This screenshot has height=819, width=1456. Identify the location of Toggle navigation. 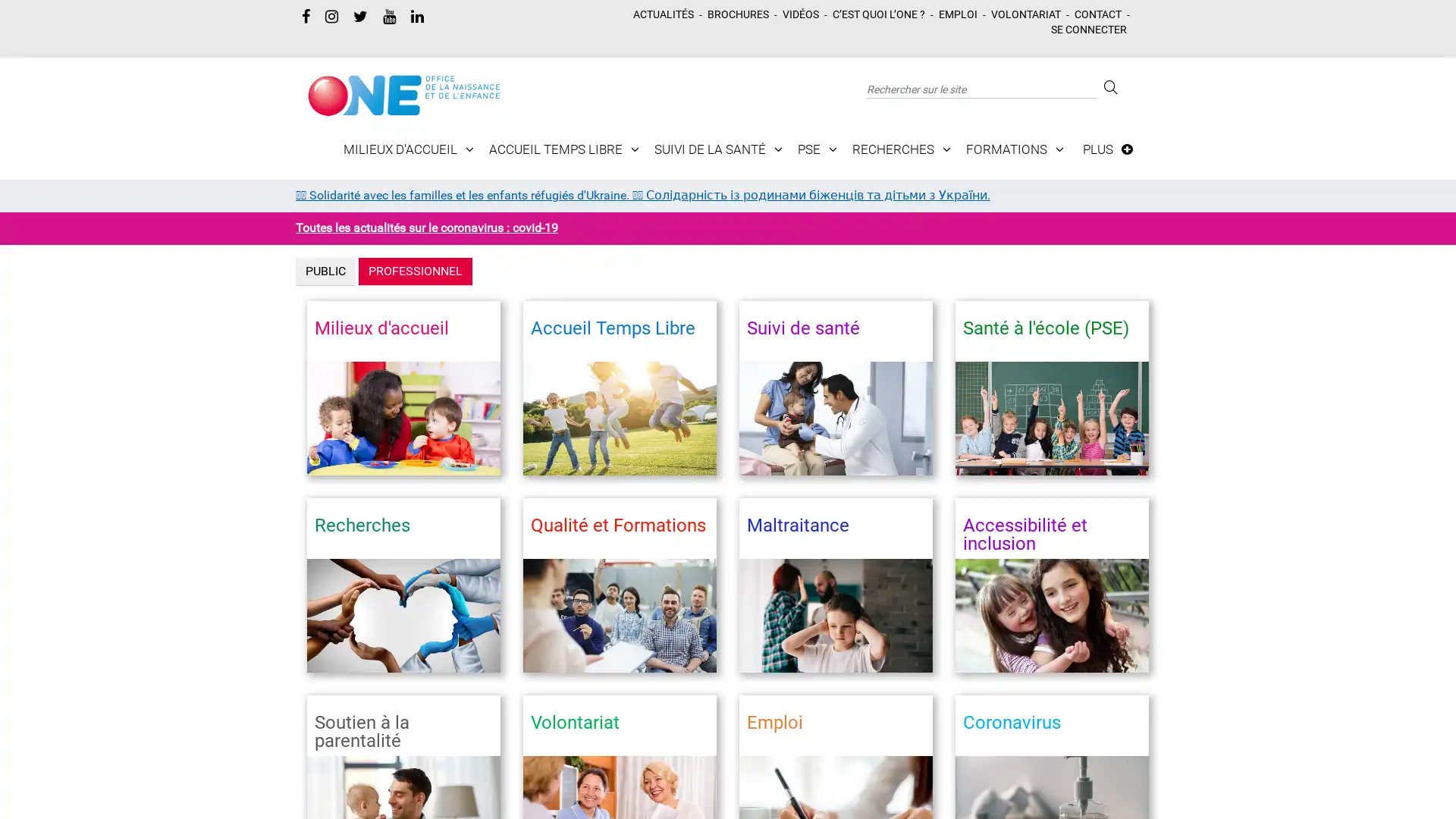
(531, 93).